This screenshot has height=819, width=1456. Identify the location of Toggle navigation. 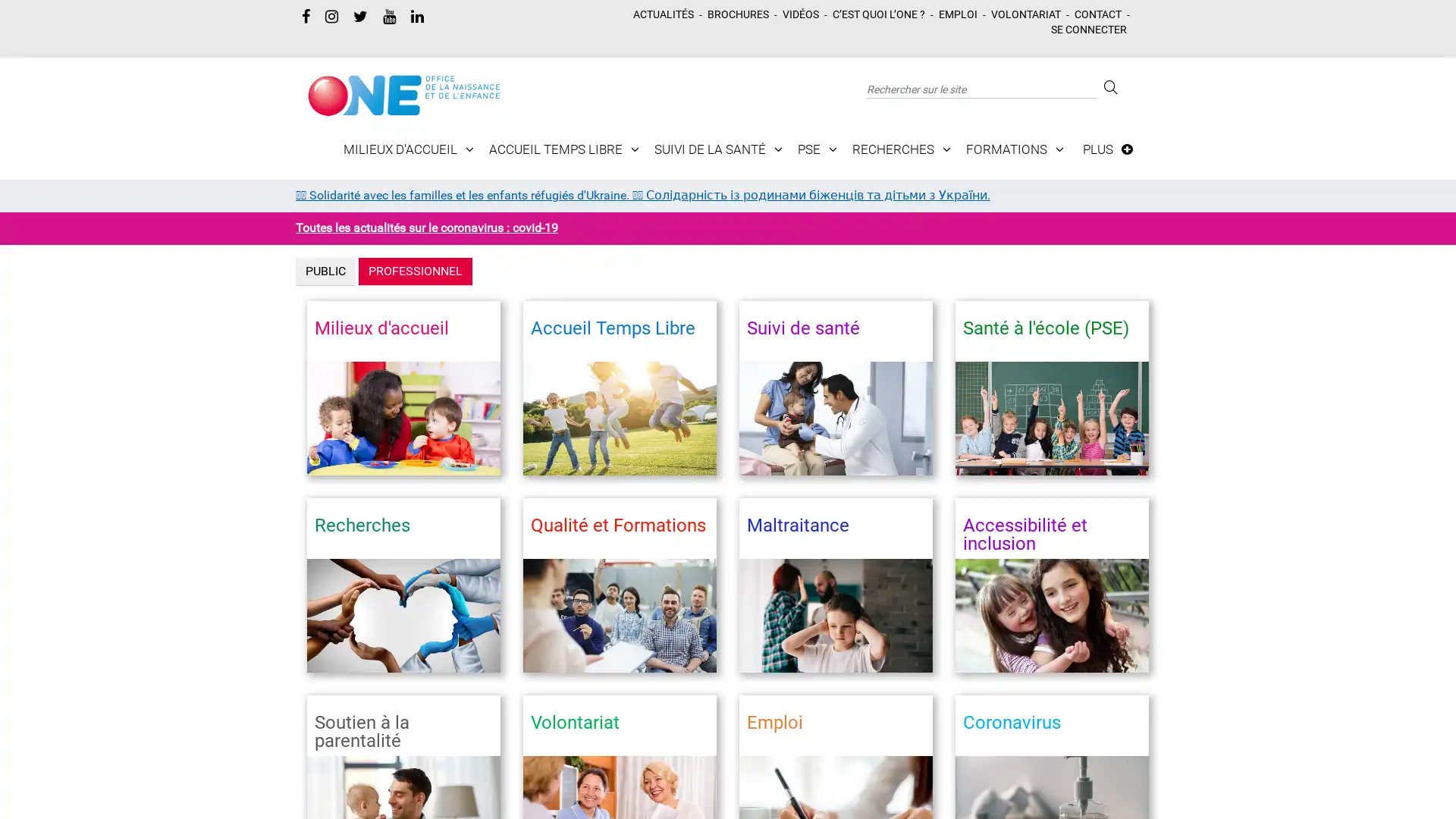
(531, 93).